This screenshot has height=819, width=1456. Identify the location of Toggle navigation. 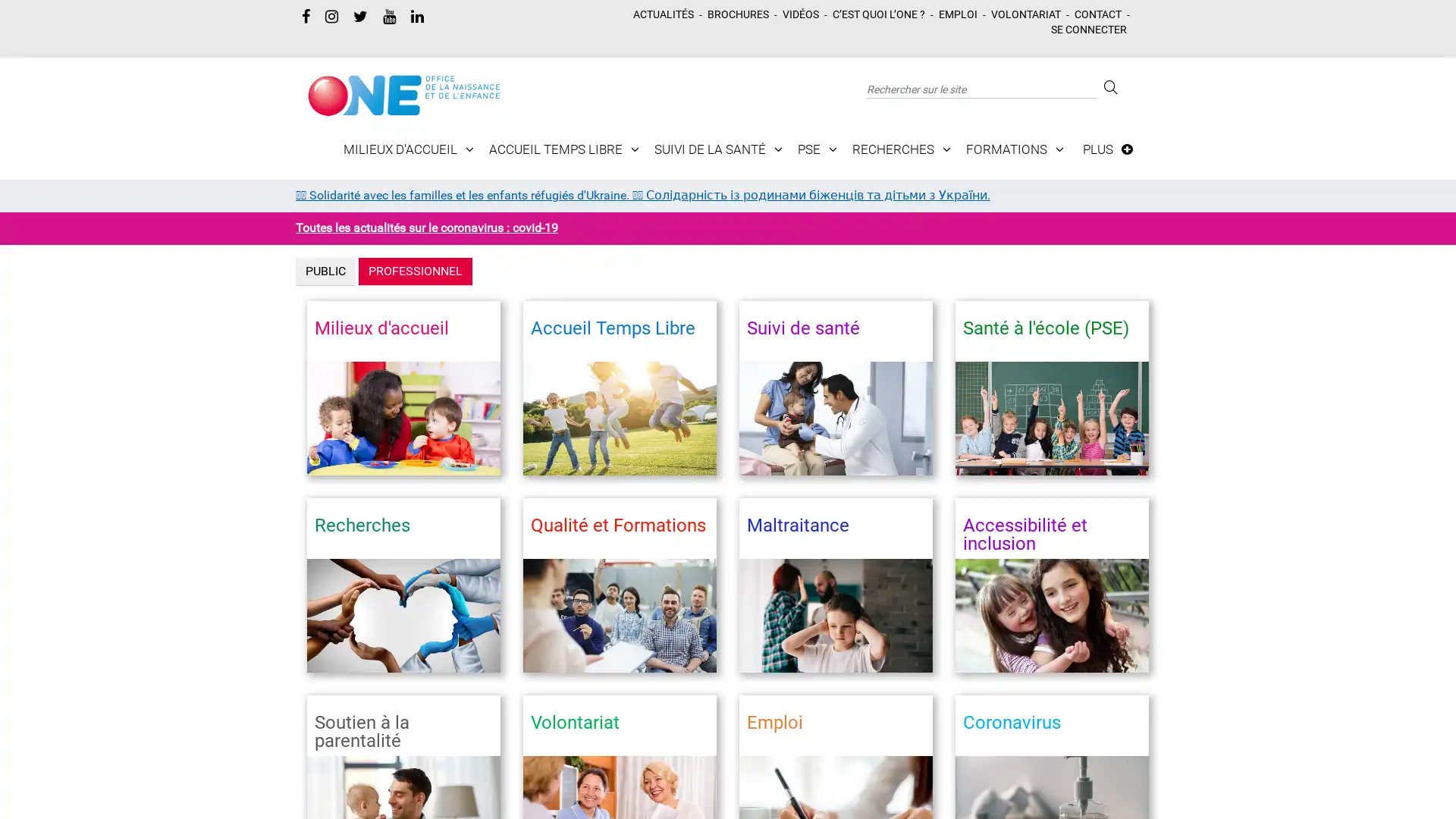
(531, 93).